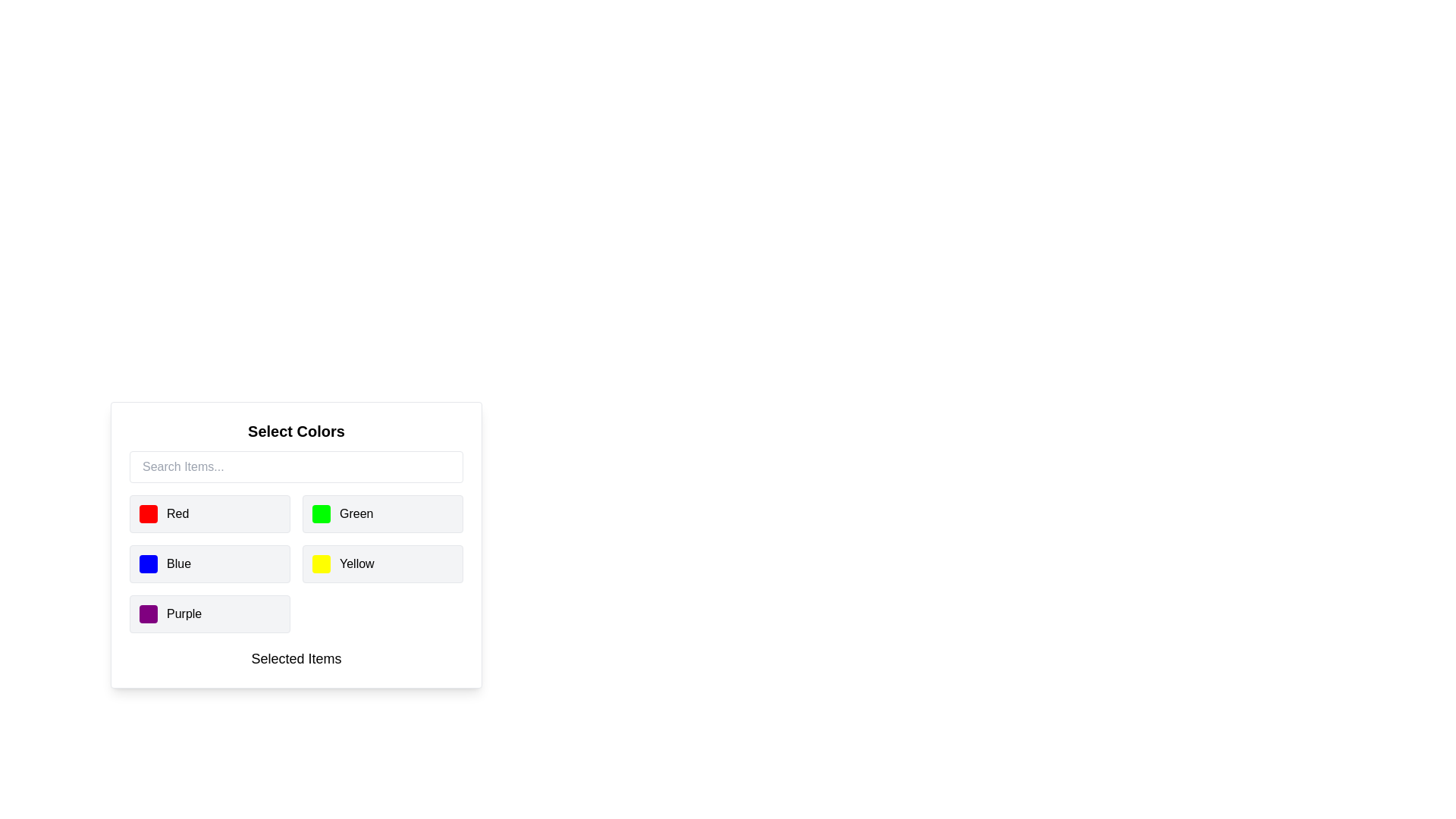  Describe the element at coordinates (296, 544) in the screenshot. I see `the 'Select Colors' component` at that location.